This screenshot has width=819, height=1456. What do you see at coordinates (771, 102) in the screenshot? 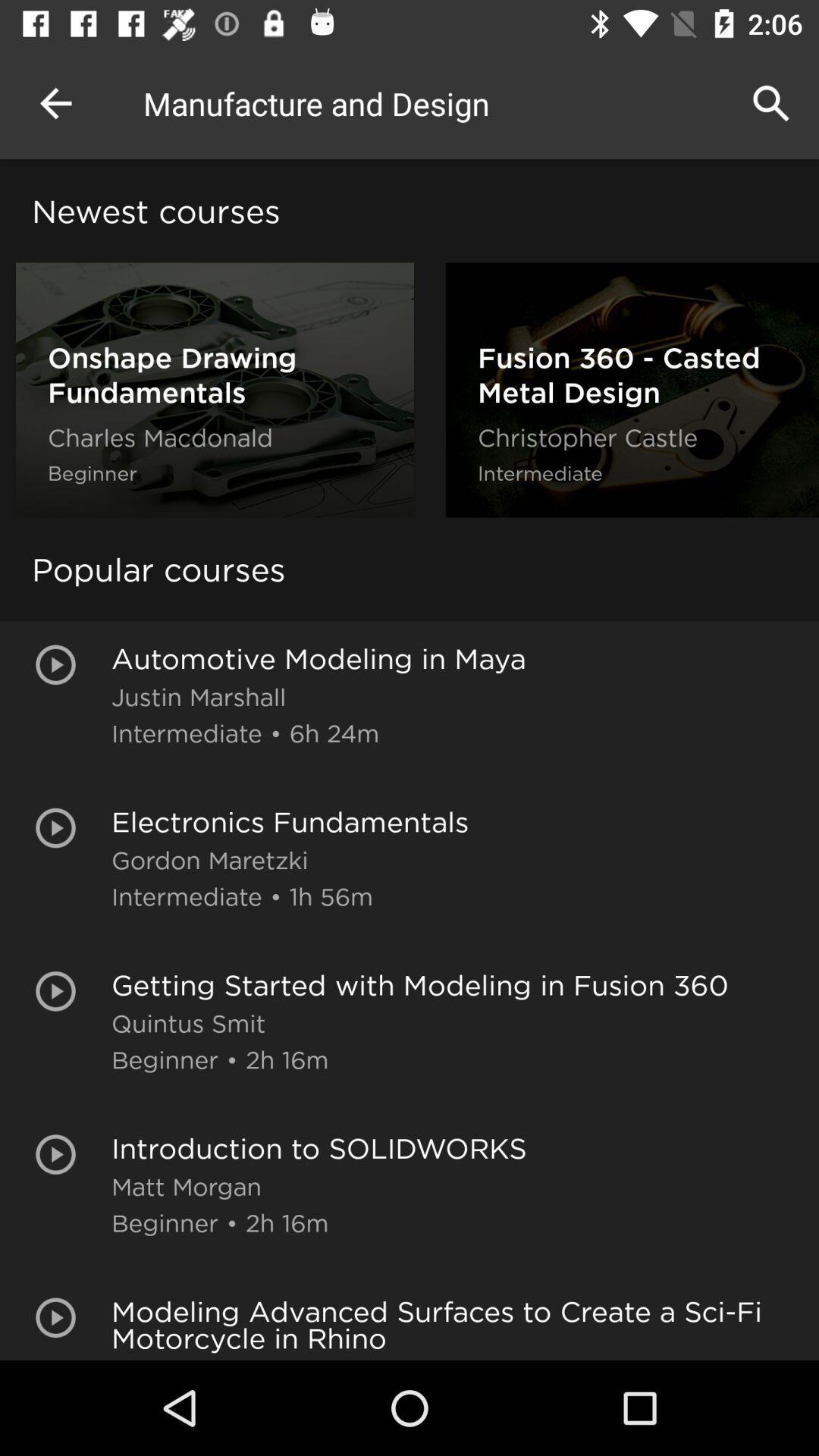
I see `the icon next to manufacture and design item` at bounding box center [771, 102].